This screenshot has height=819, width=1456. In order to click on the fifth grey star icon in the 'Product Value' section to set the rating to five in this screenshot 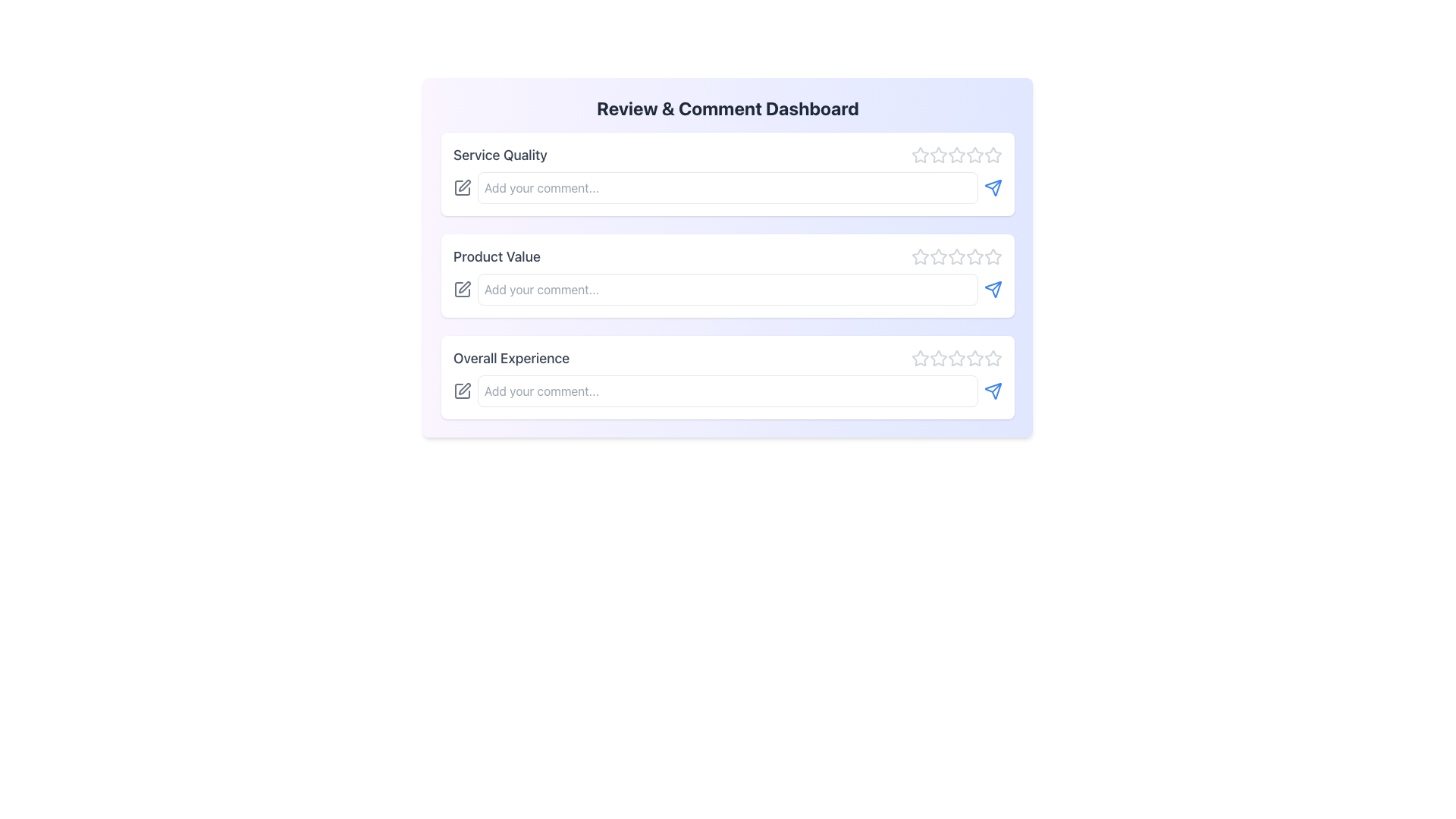, I will do `click(993, 256)`.